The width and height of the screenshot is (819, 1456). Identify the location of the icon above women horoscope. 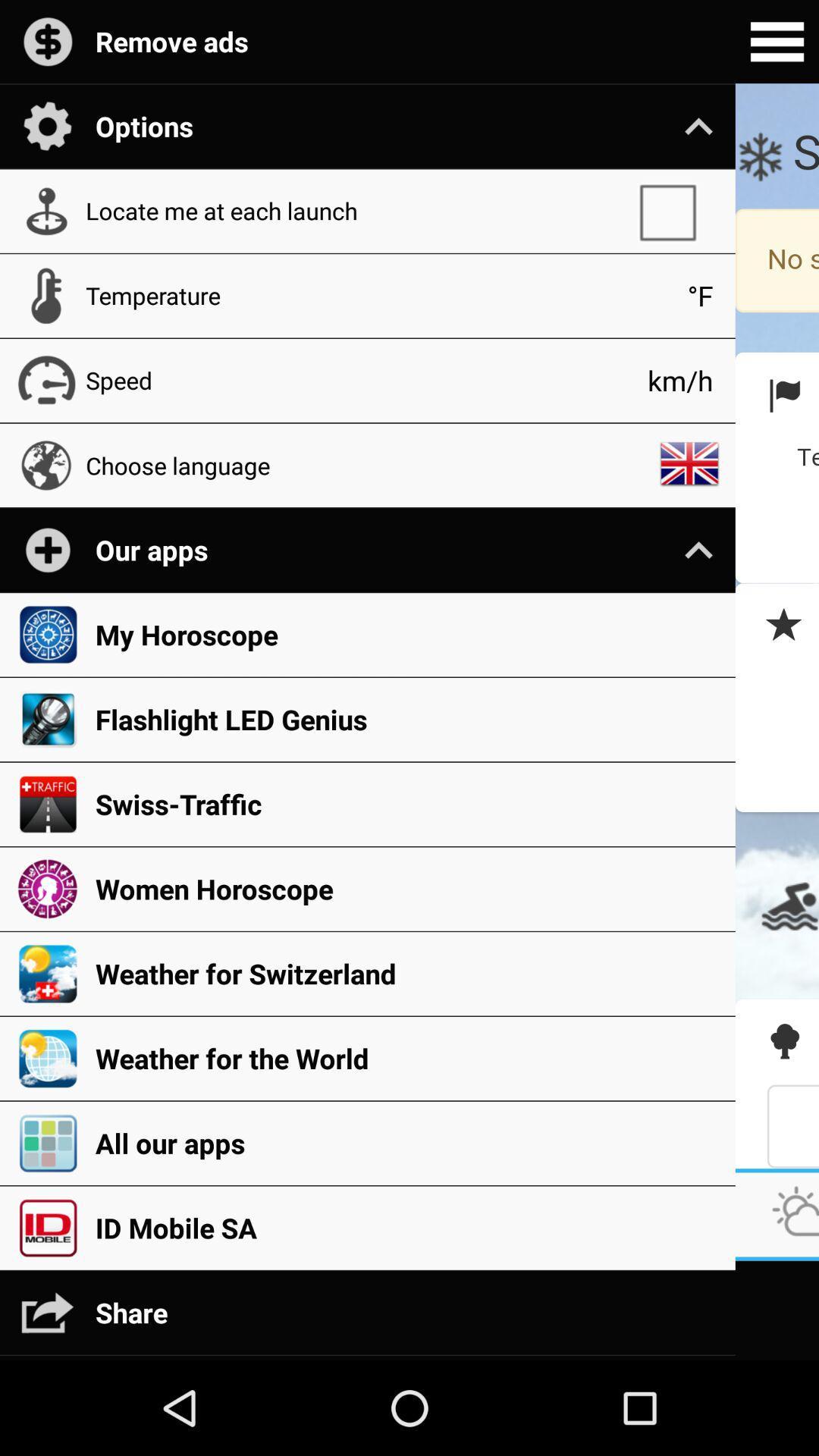
(406, 803).